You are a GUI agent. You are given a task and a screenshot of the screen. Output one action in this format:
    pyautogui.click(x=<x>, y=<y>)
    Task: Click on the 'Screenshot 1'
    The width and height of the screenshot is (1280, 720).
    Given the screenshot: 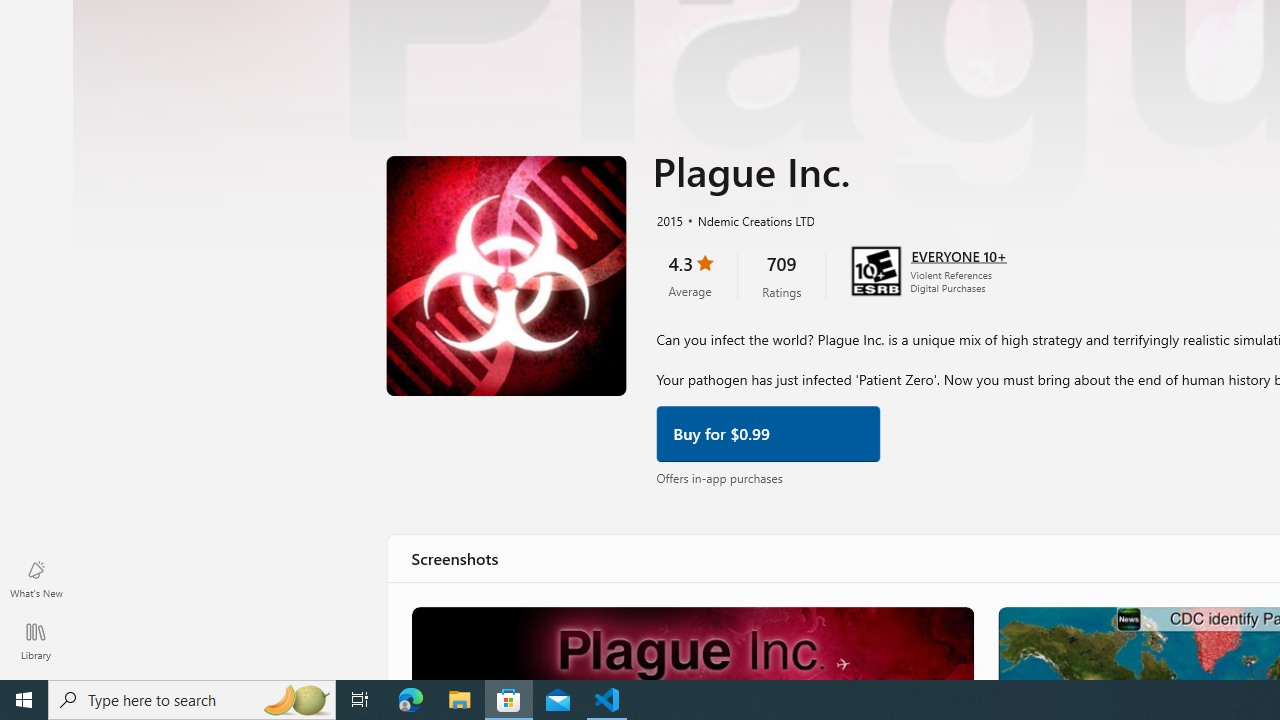 What is the action you would take?
    pyautogui.click(x=691, y=642)
    